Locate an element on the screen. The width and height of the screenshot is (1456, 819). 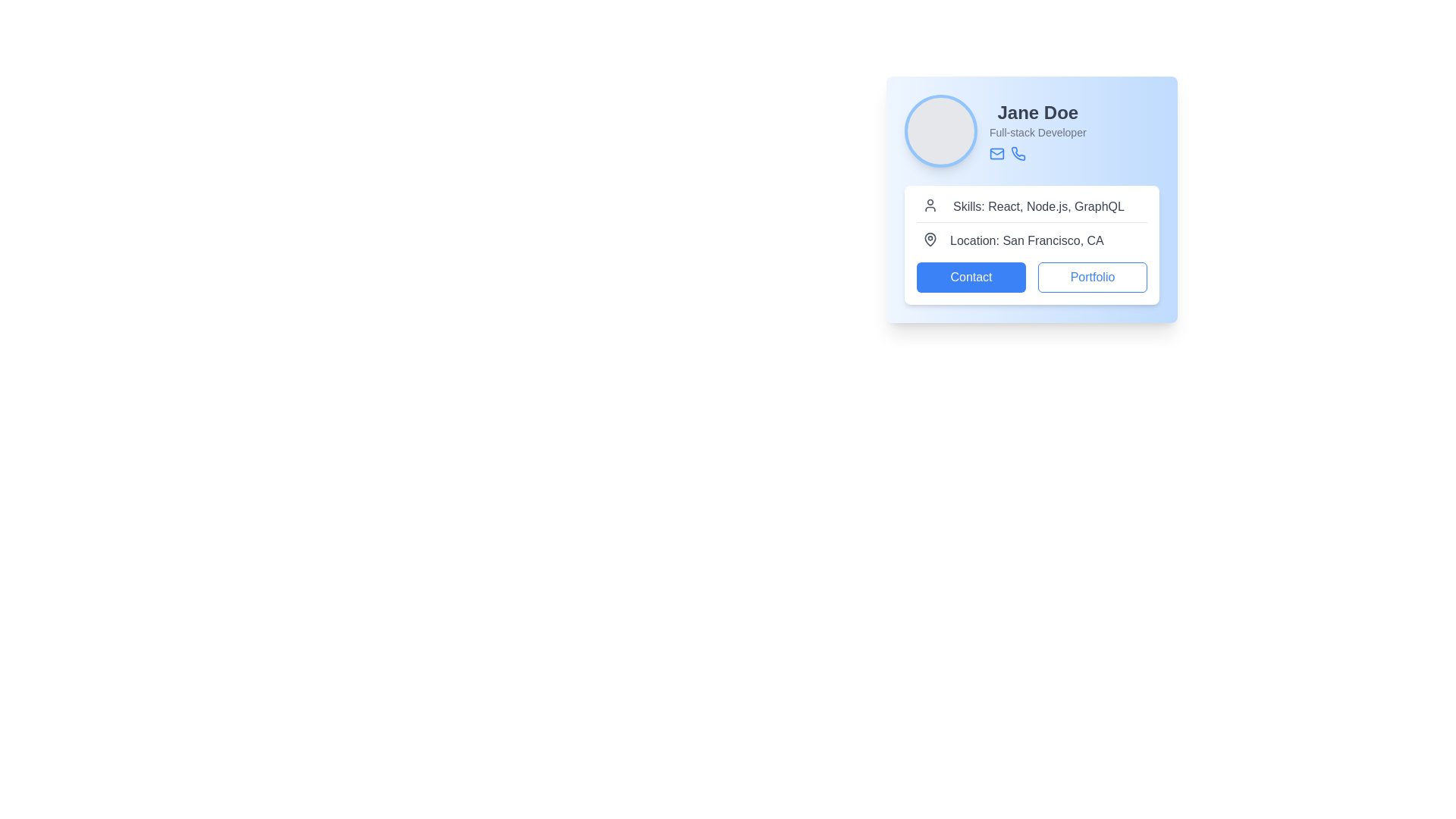
the user profile silhouette icon, which is styled in gray and located to the left of the text 'Skills: React, Node.js, GraphQL' within the 'Skills' box is located at coordinates (930, 205).